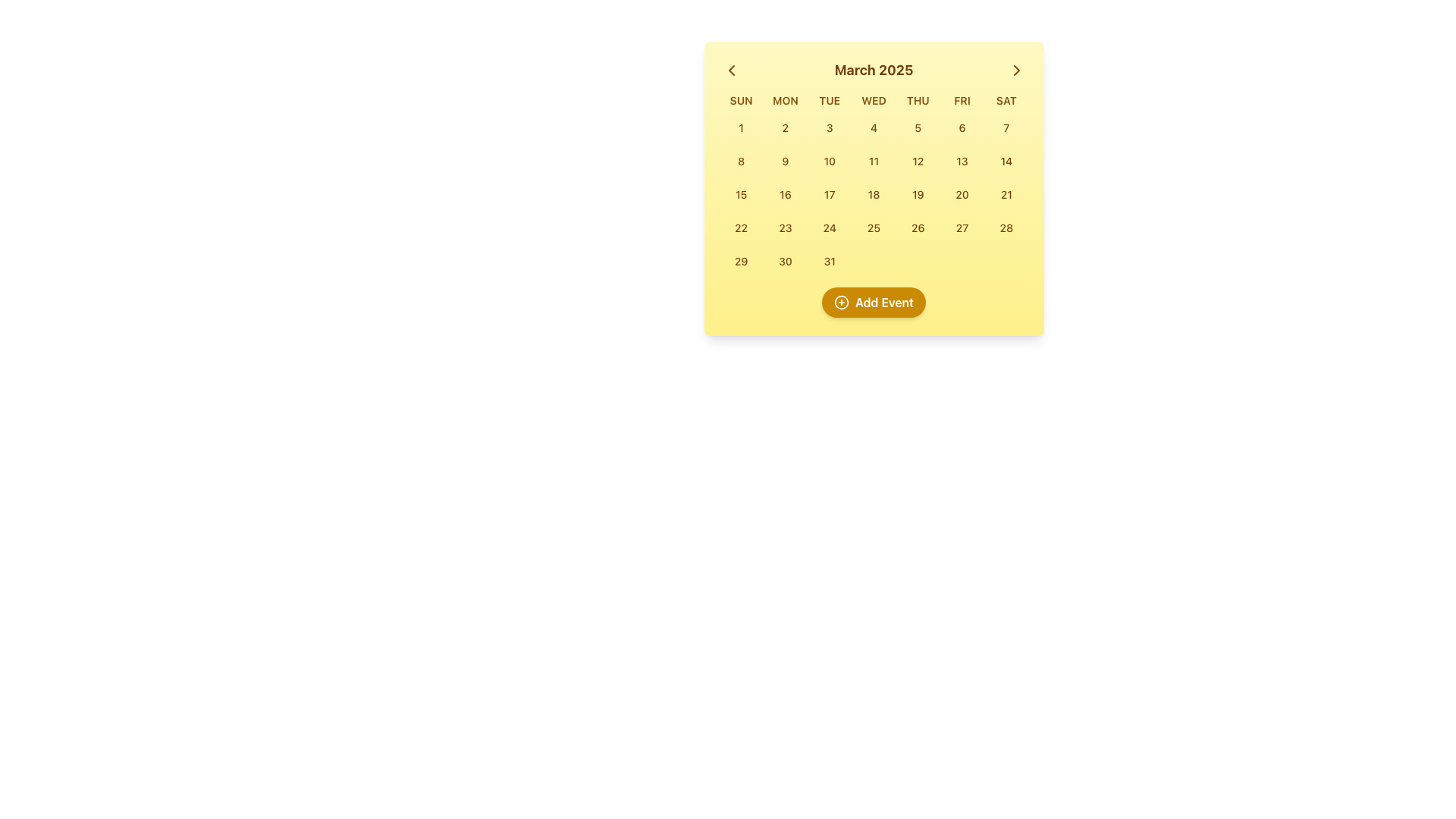 The image size is (1456, 819). What do you see at coordinates (785, 193) in the screenshot?
I see `the text label displaying the number '16' in bold, dark yellow font, which is part of the calendar grid for Tuesday, the sixteenth of the month` at bounding box center [785, 193].